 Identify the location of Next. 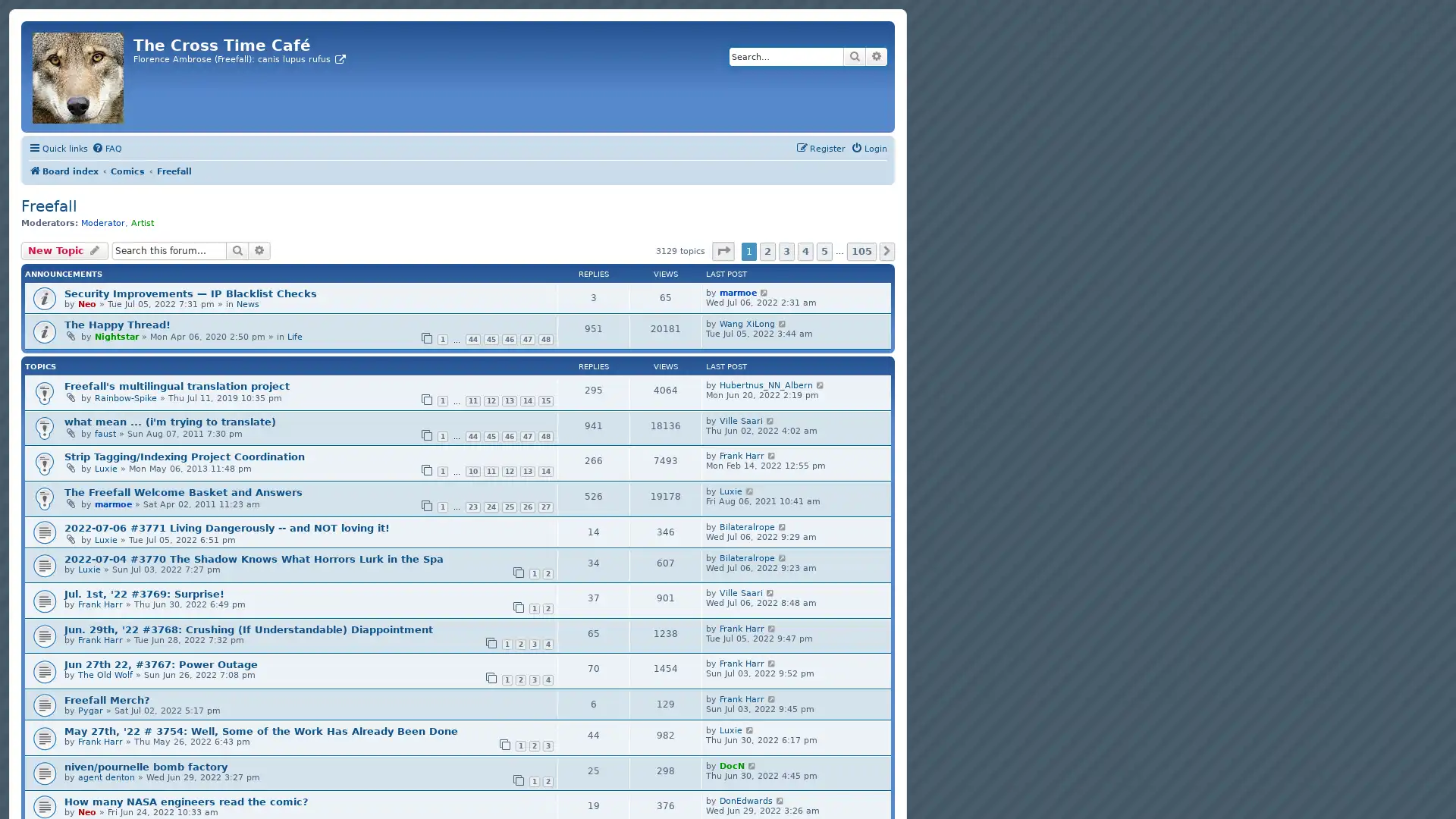
(887, 250).